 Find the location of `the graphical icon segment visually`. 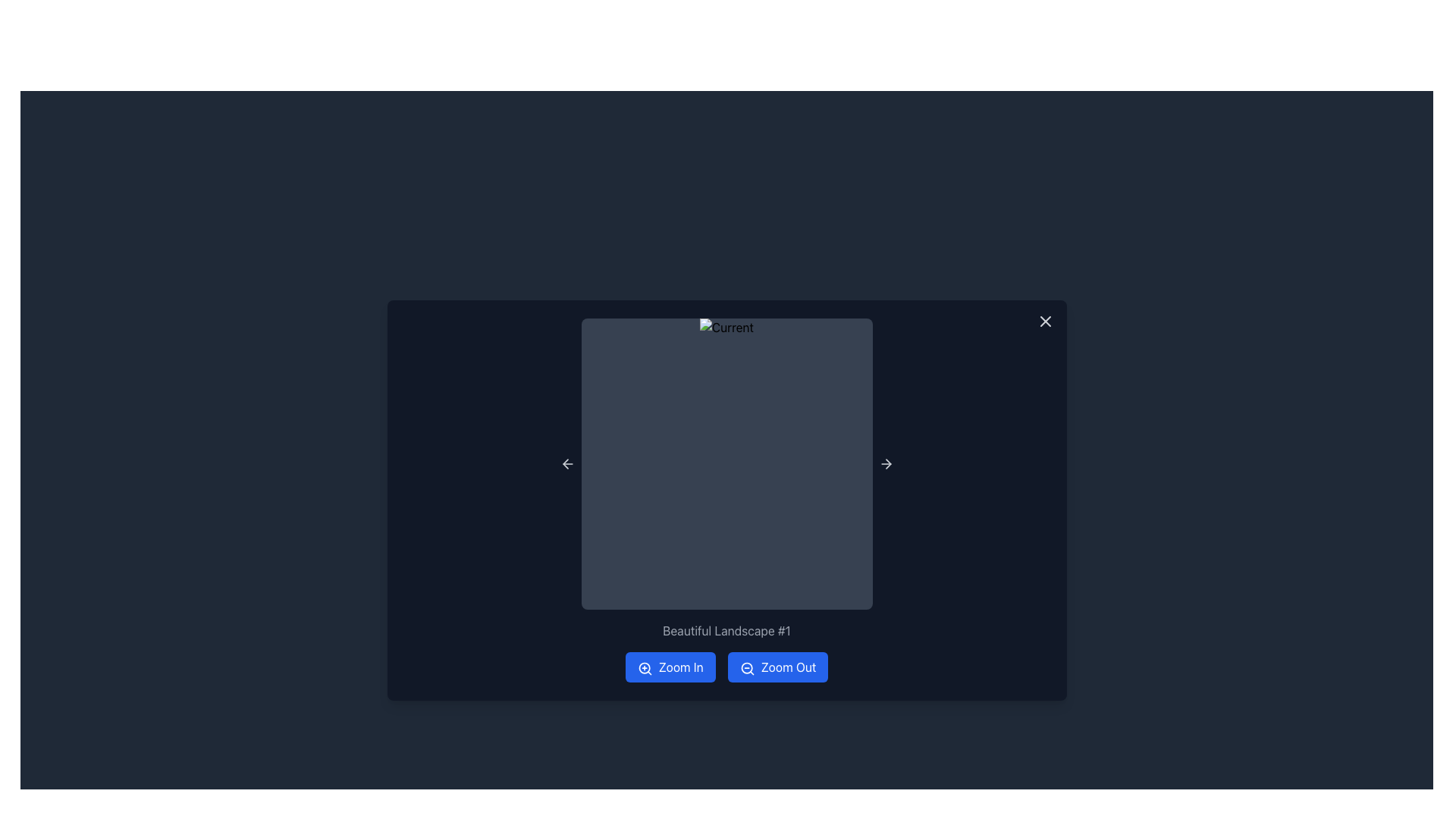

the graphical icon segment visually is located at coordinates (1044, 321).